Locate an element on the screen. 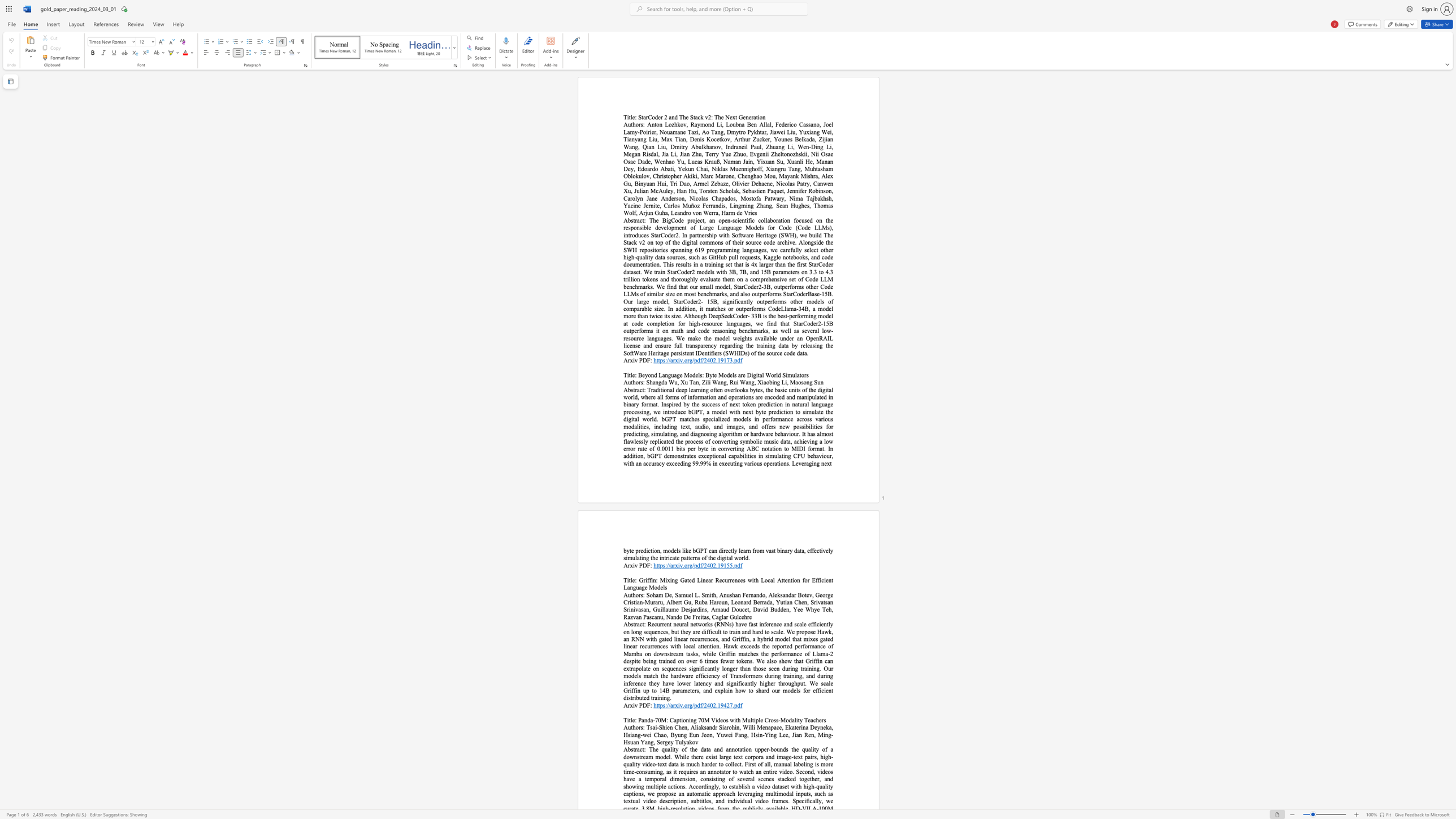 The width and height of the screenshot is (1456, 819). the subset text "Aliaksandr Siarohin, Willi Menapace, Ekaterina Dey" within the text "Tsai-Shien Chen, Aliaksandr Siarohin, Willi Menapace, Ekaterina Deyneka, Hsiang-wei Chao, Byung Eun Jeon, Yuwei Fang, Hsin-Ying Lee, Jian Ren, Ming-Hsuan Yang, Sergey Tulyakov" is located at coordinates (691, 726).